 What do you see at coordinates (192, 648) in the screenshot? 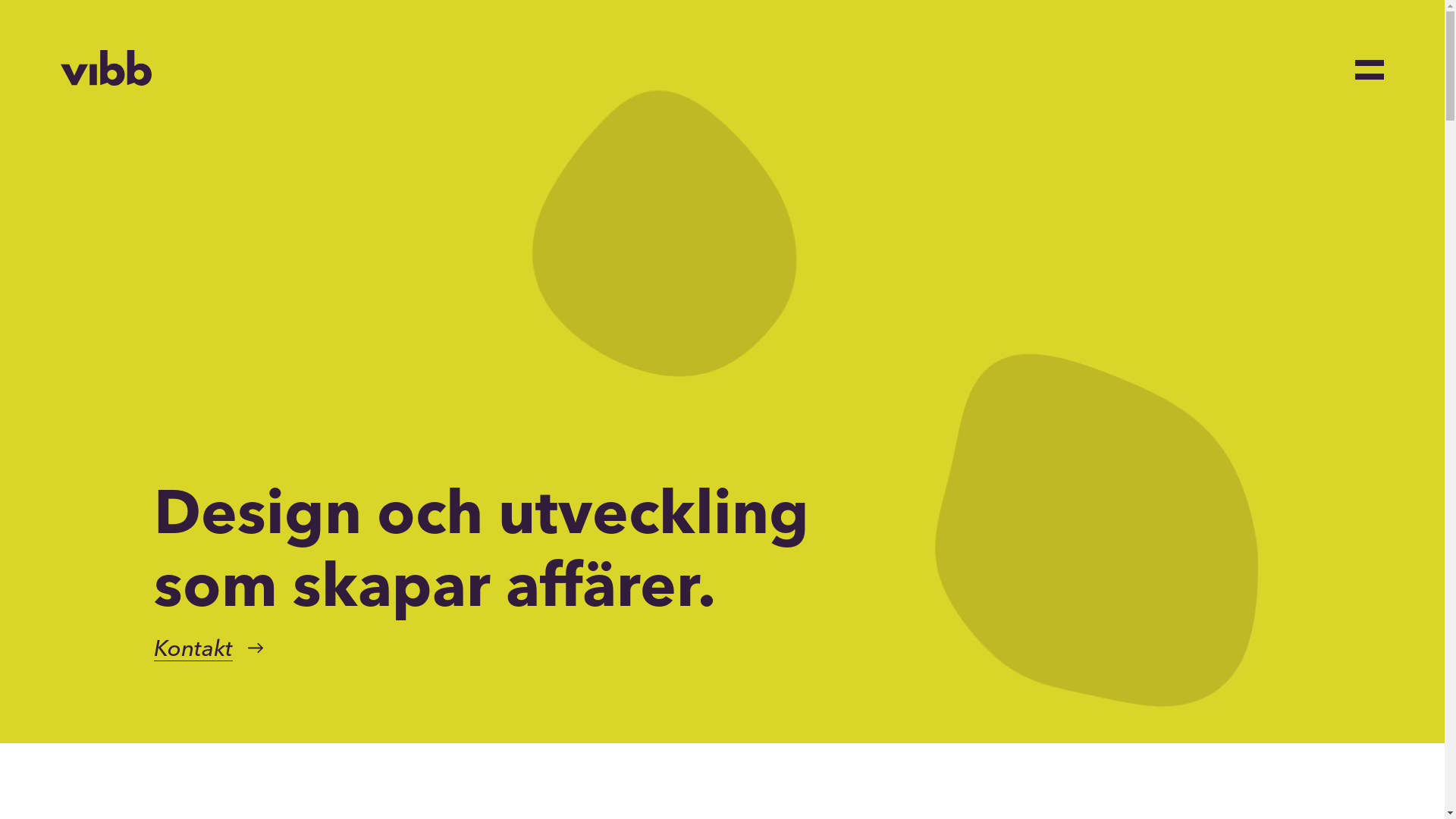
I see `'Kontakt'` at bounding box center [192, 648].